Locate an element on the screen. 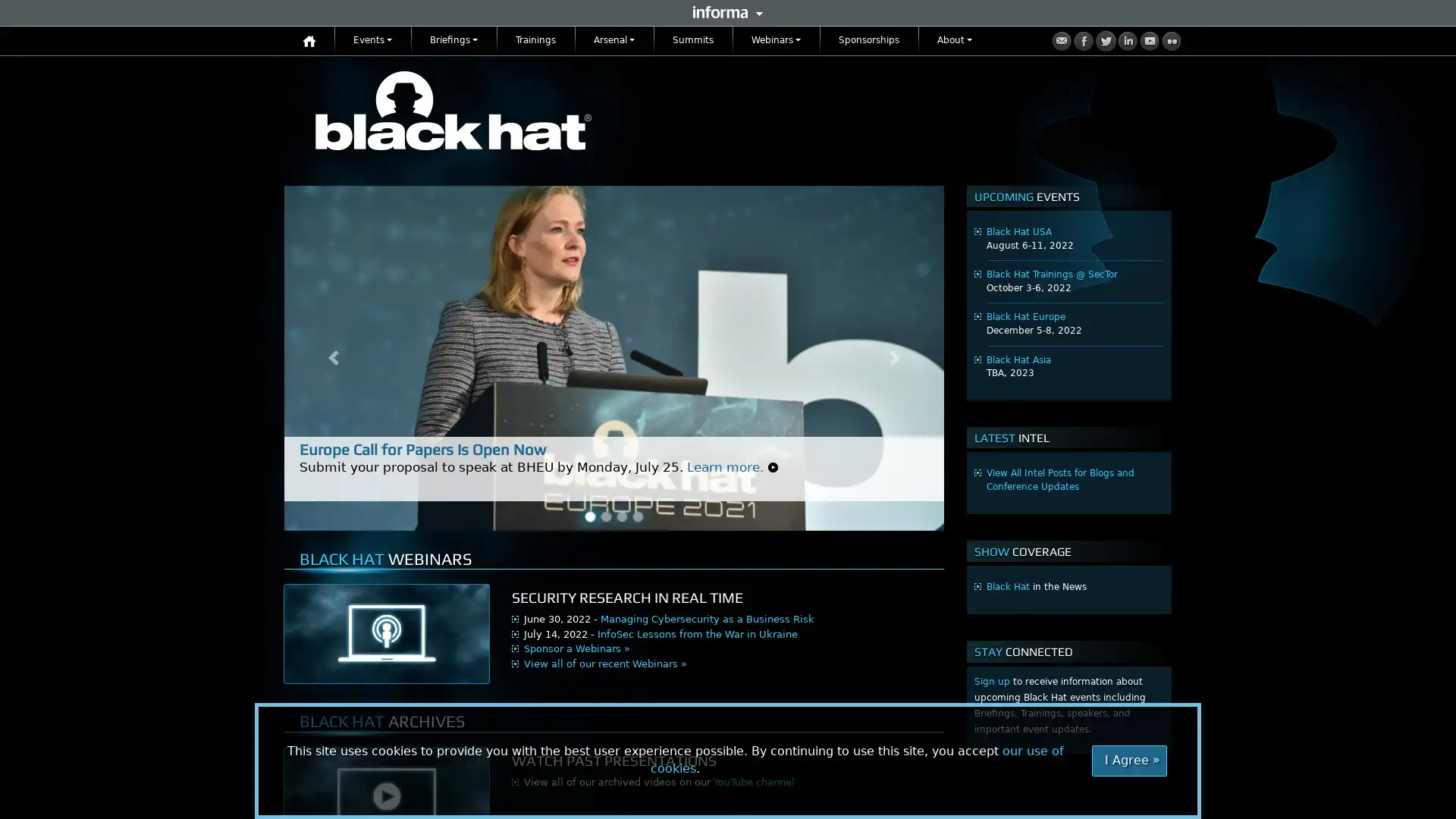 The image size is (1456, 819). Informa is located at coordinates (728, 11).